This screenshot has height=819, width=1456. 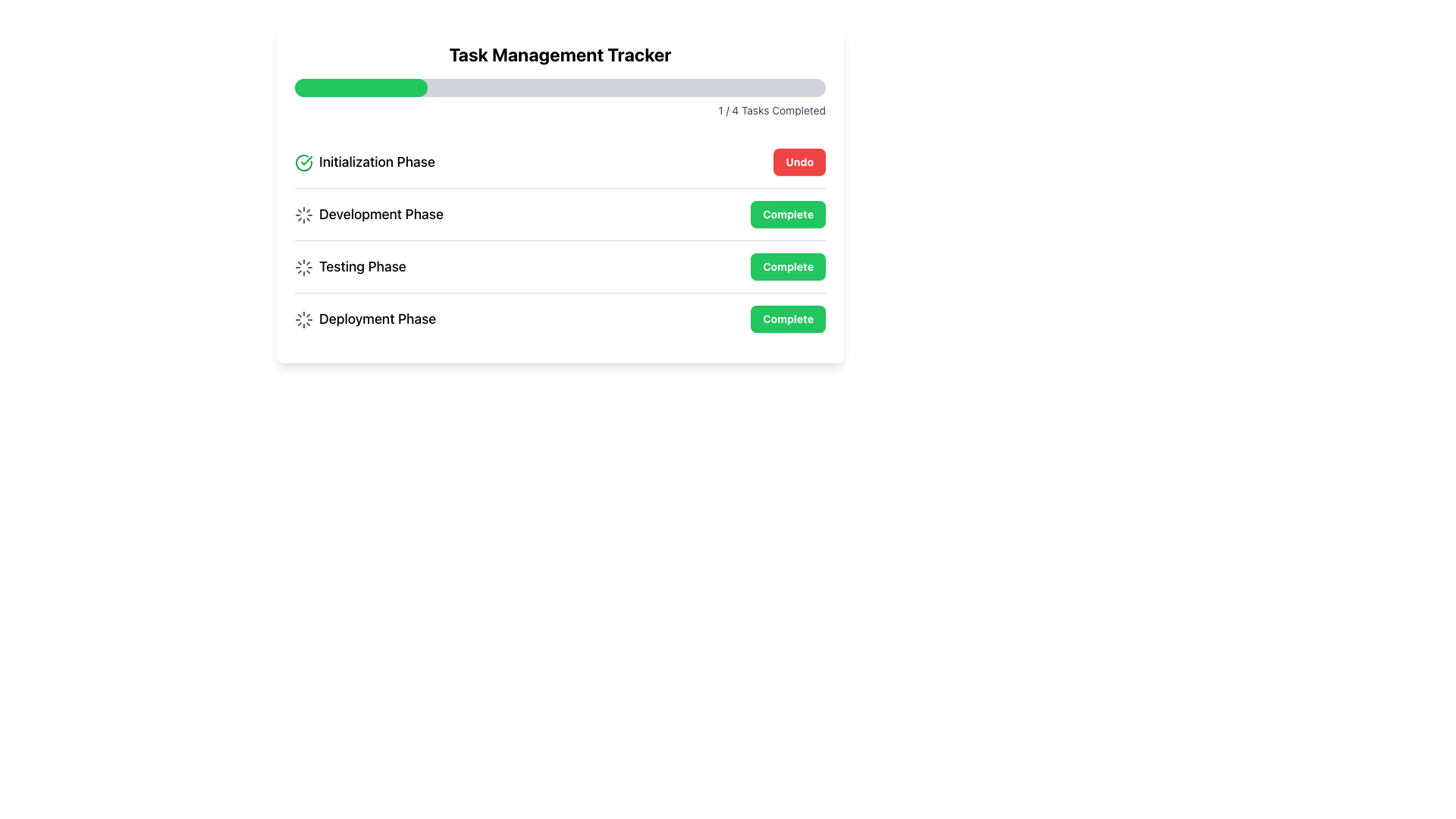 I want to click on the green rectangular 'Complete' button with rounded corners, so click(x=788, y=214).